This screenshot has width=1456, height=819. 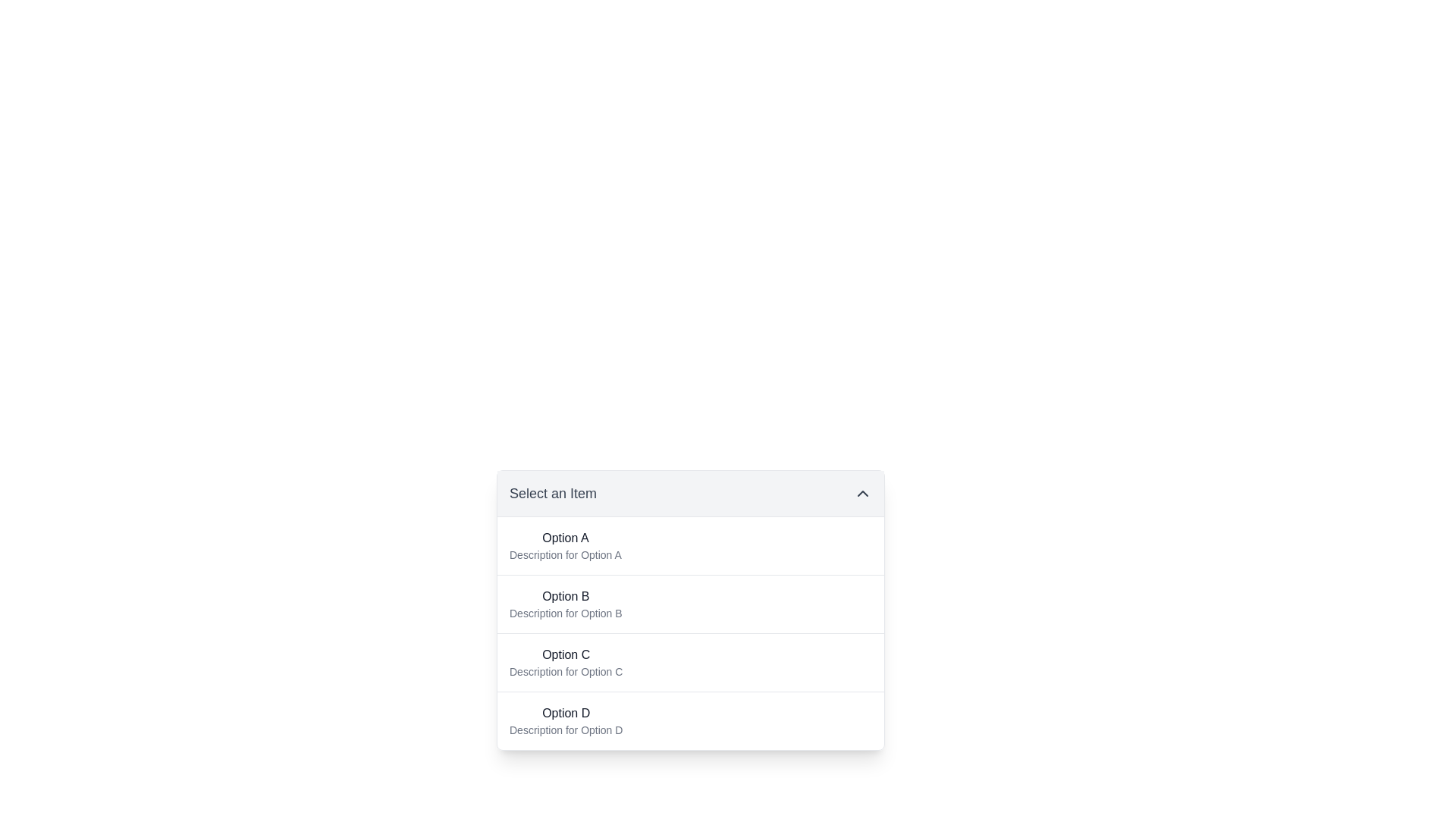 I want to click on the upward-facing chevron icon located in the top-right corner of the 'Select an Item' section, so click(x=862, y=494).